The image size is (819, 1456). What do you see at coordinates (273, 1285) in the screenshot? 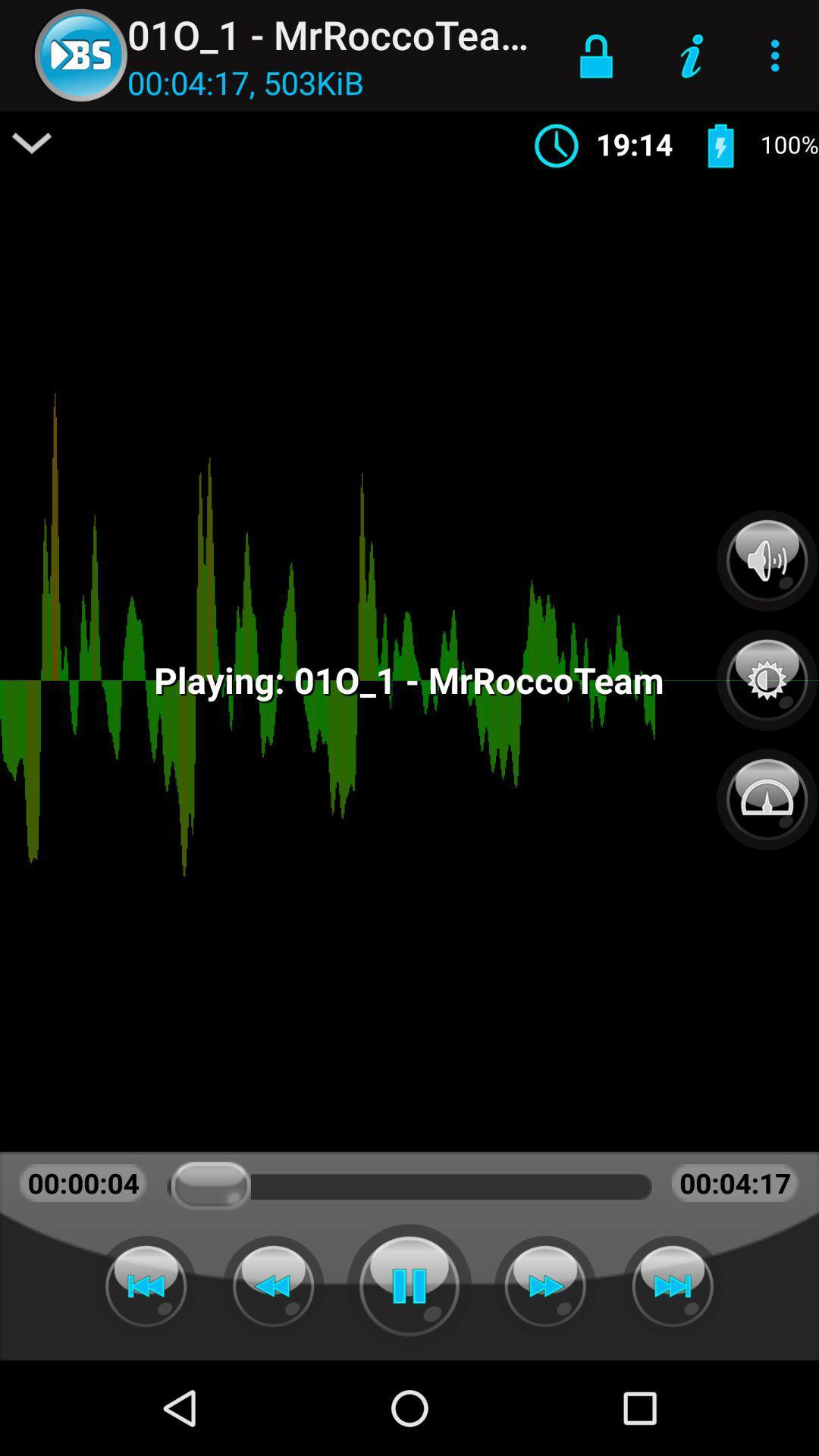
I see `previous` at bounding box center [273, 1285].